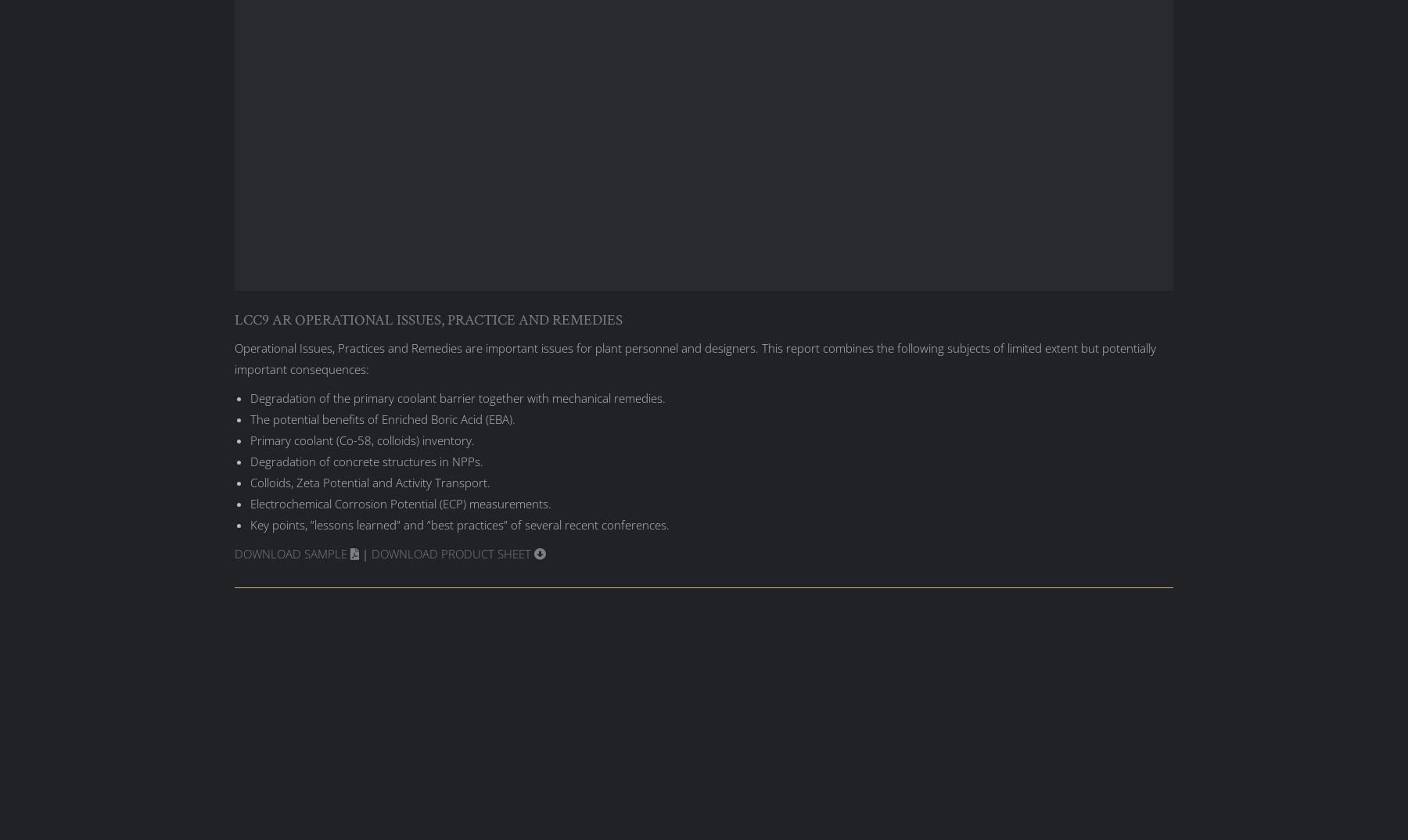  Describe the element at coordinates (366, 459) in the screenshot. I see `'Degradation of concrete structures in NPPs.'` at that location.